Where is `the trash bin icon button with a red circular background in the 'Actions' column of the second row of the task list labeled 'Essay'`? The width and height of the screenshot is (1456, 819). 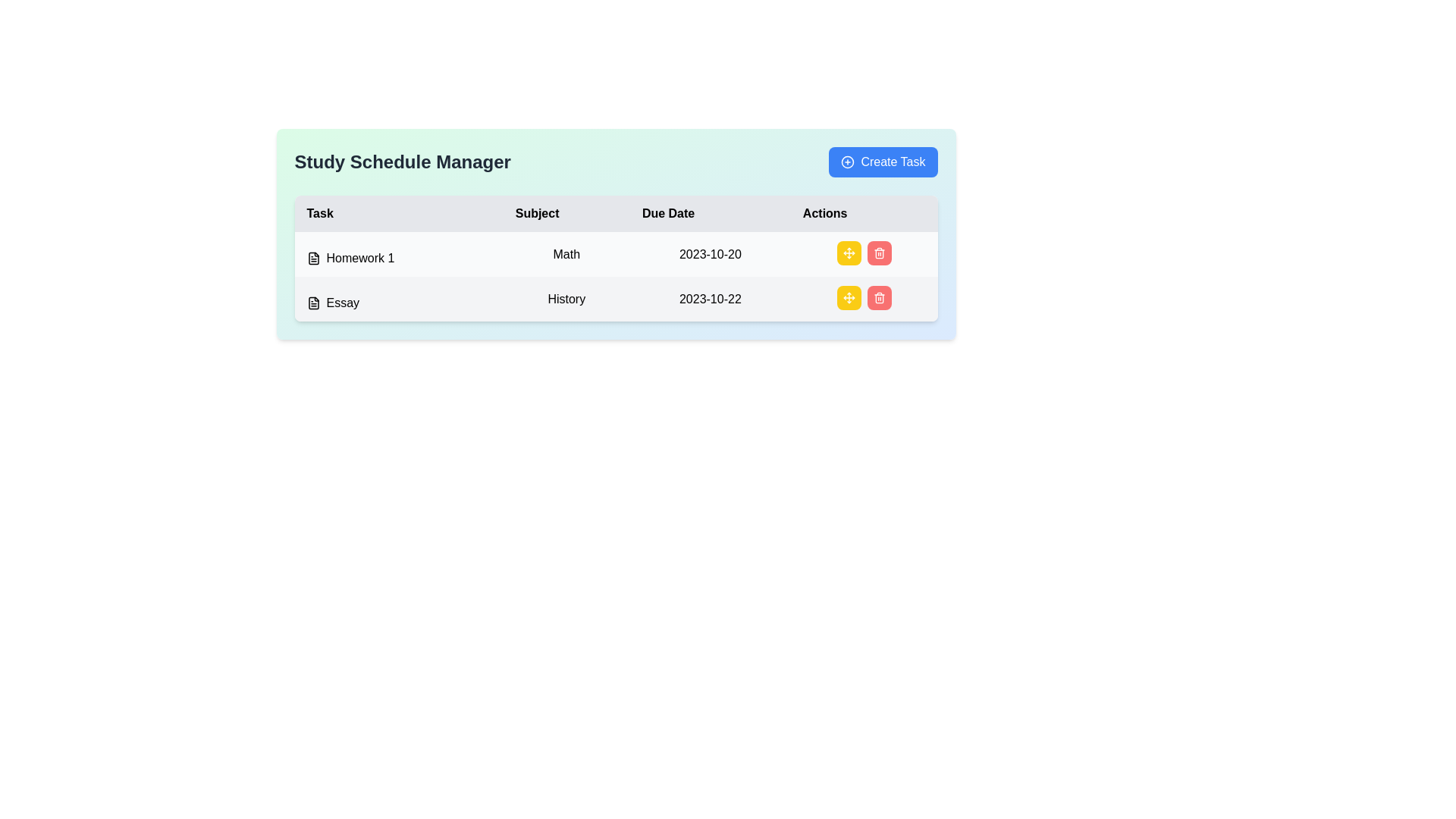 the trash bin icon button with a red circular background in the 'Actions' column of the second row of the task list labeled 'Essay' is located at coordinates (879, 253).